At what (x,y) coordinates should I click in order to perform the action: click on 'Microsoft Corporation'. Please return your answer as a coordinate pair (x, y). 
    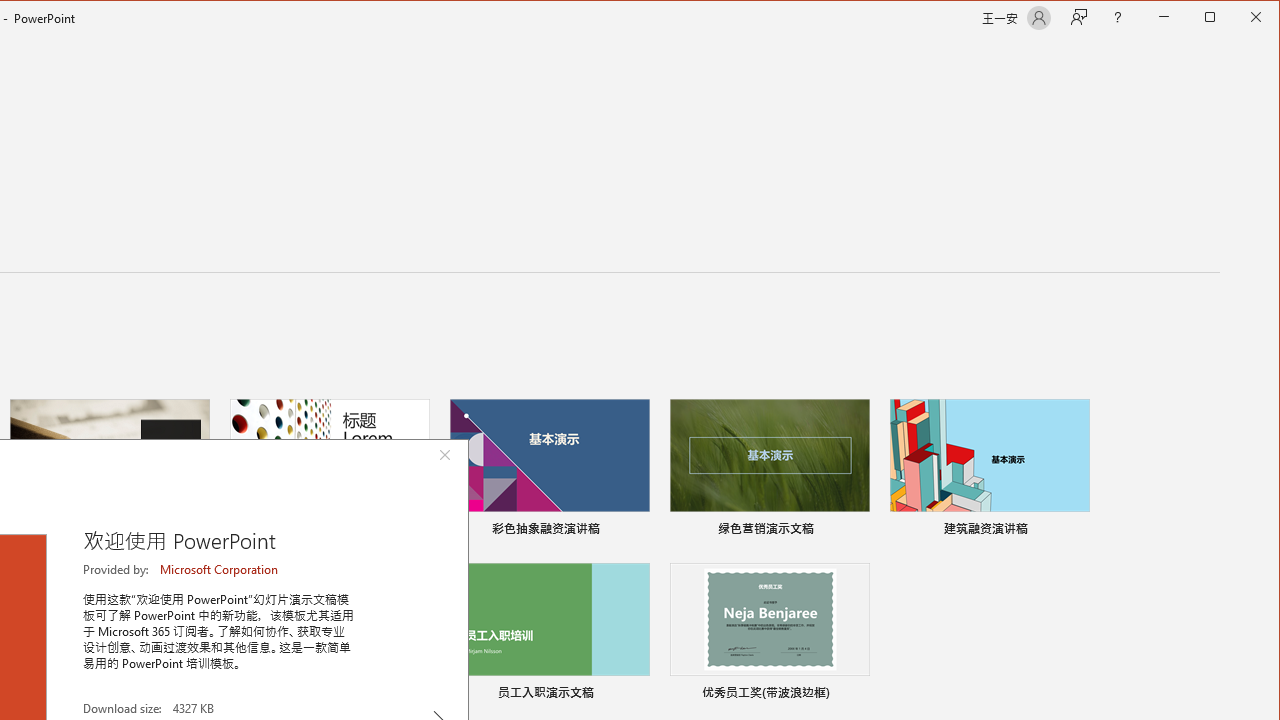
    Looking at the image, I should click on (220, 569).